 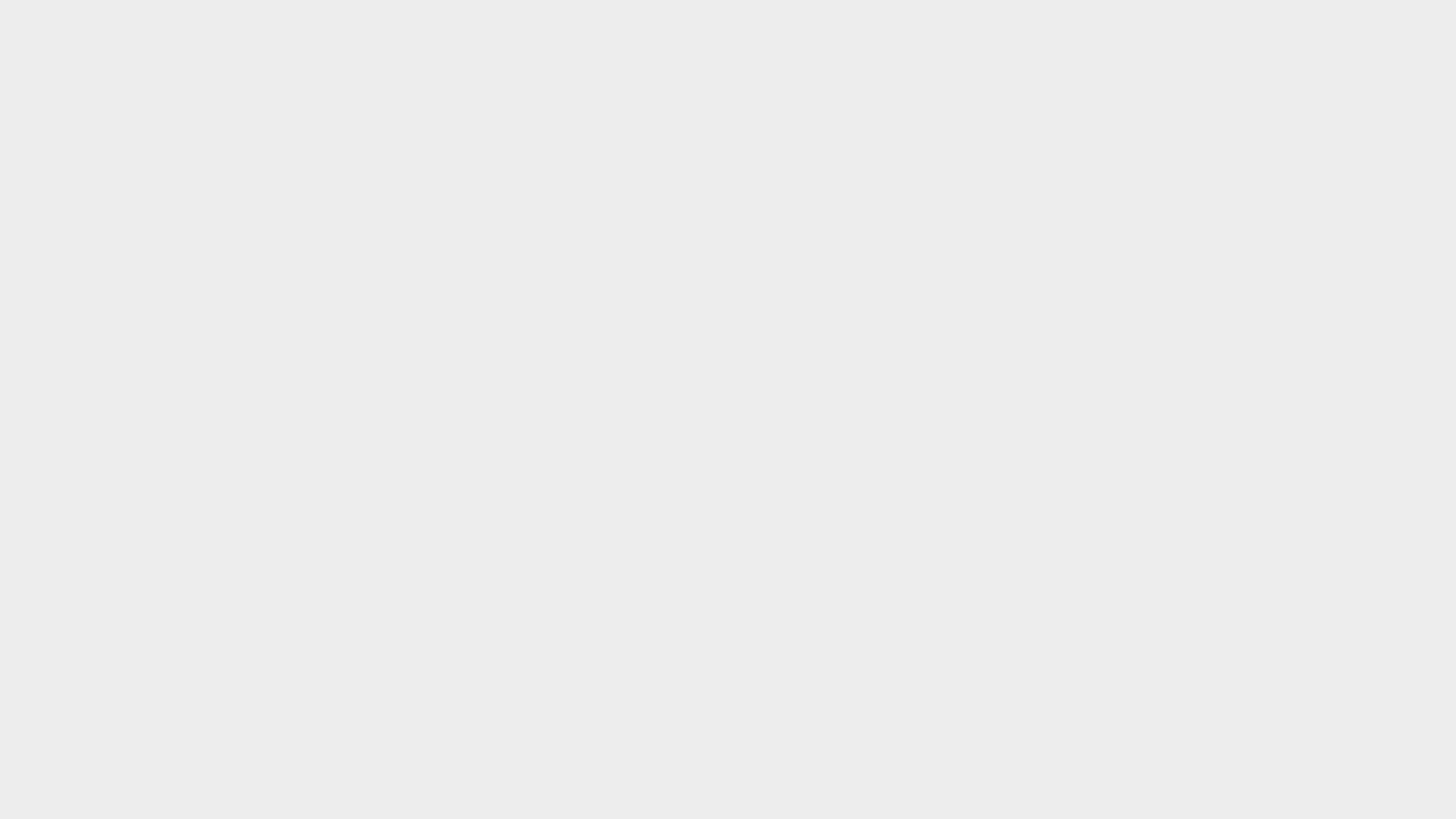 I want to click on 'Sermons', so click(x=839, y=93).